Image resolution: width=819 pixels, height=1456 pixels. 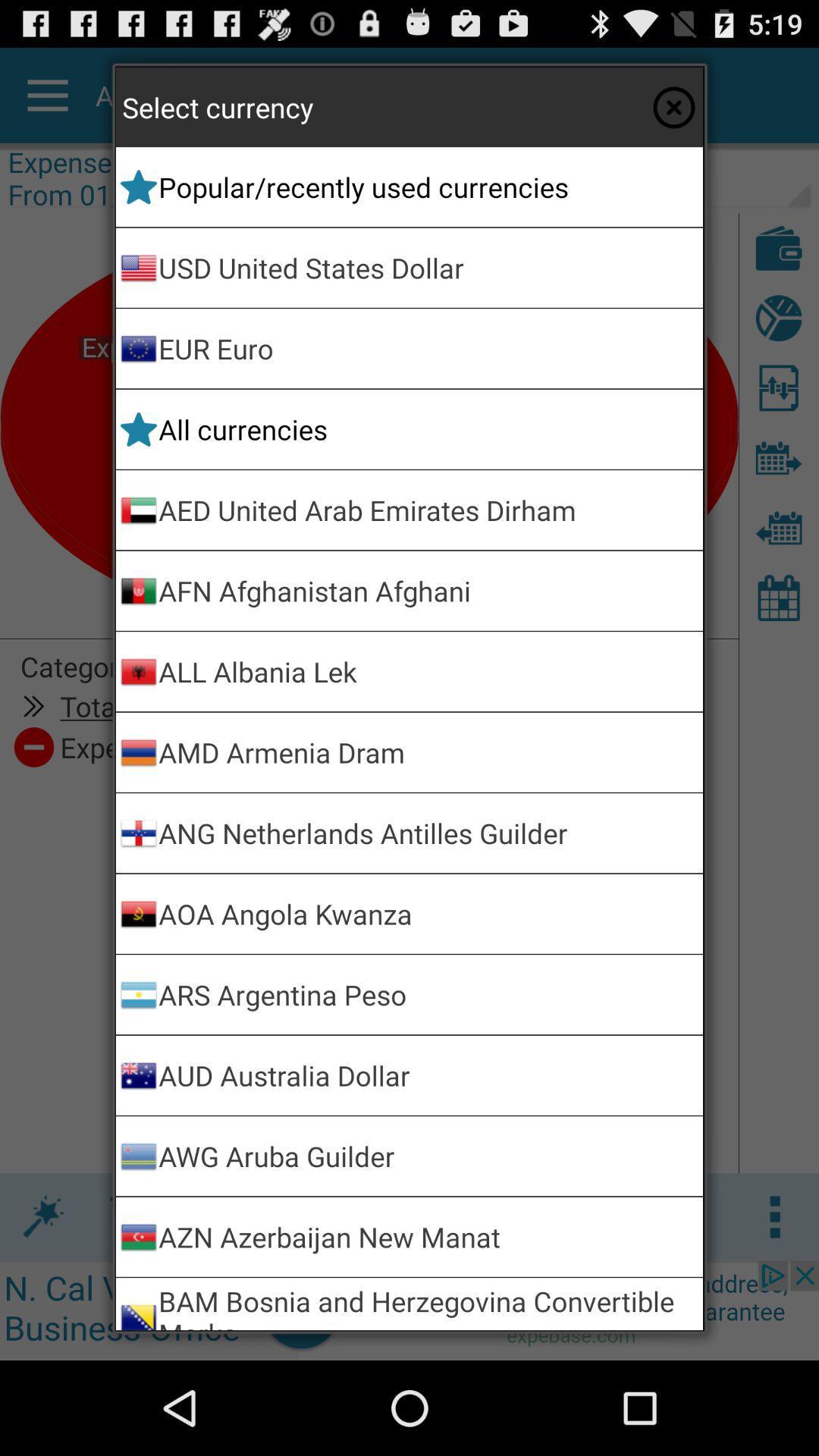 What do you see at coordinates (428, 510) in the screenshot?
I see `the app below all currencies app` at bounding box center [428, 510].